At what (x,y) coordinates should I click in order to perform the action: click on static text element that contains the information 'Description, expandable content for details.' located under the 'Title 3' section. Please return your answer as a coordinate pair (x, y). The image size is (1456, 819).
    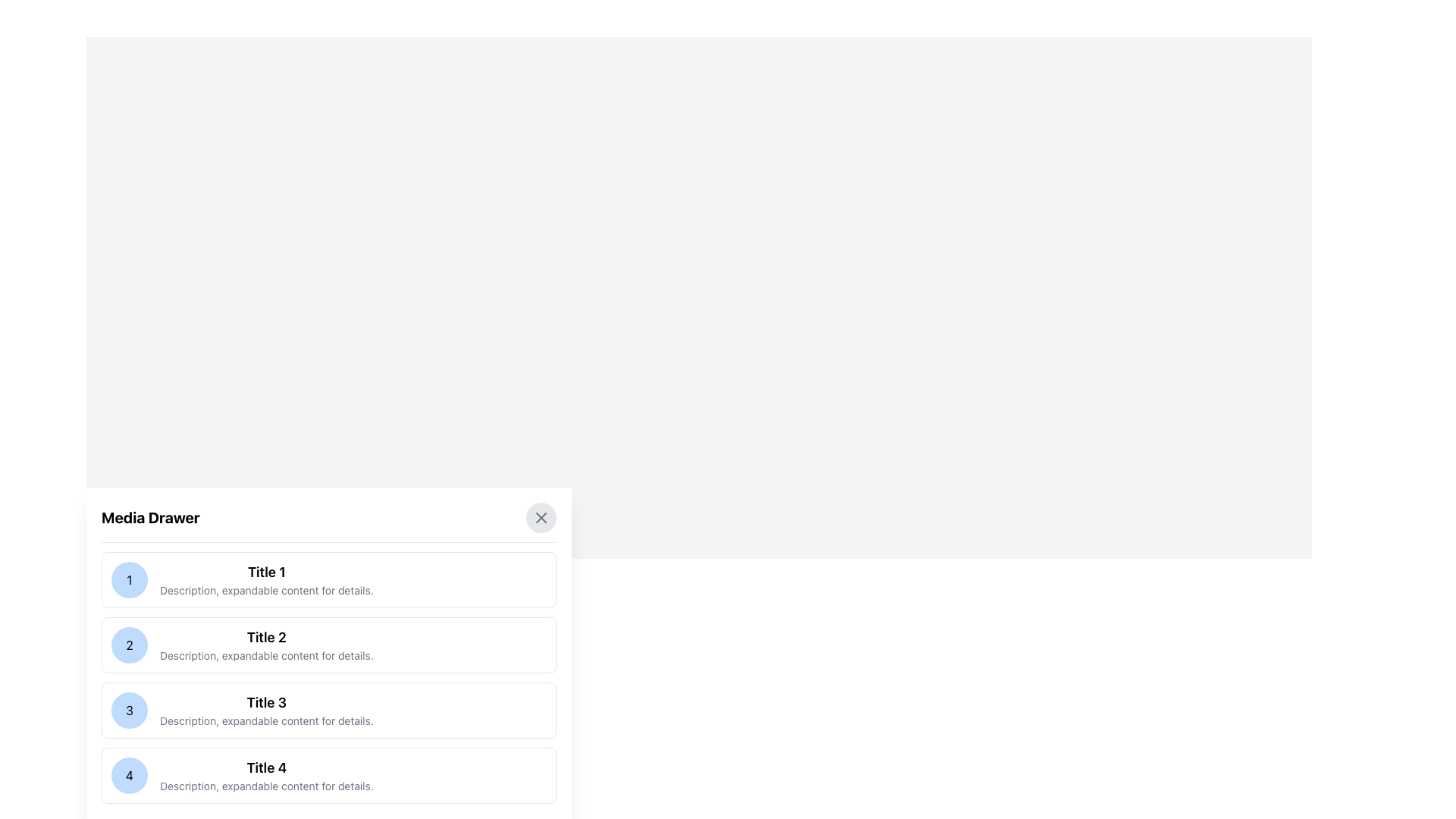
    Looking at the image, I should click on (266, 720).